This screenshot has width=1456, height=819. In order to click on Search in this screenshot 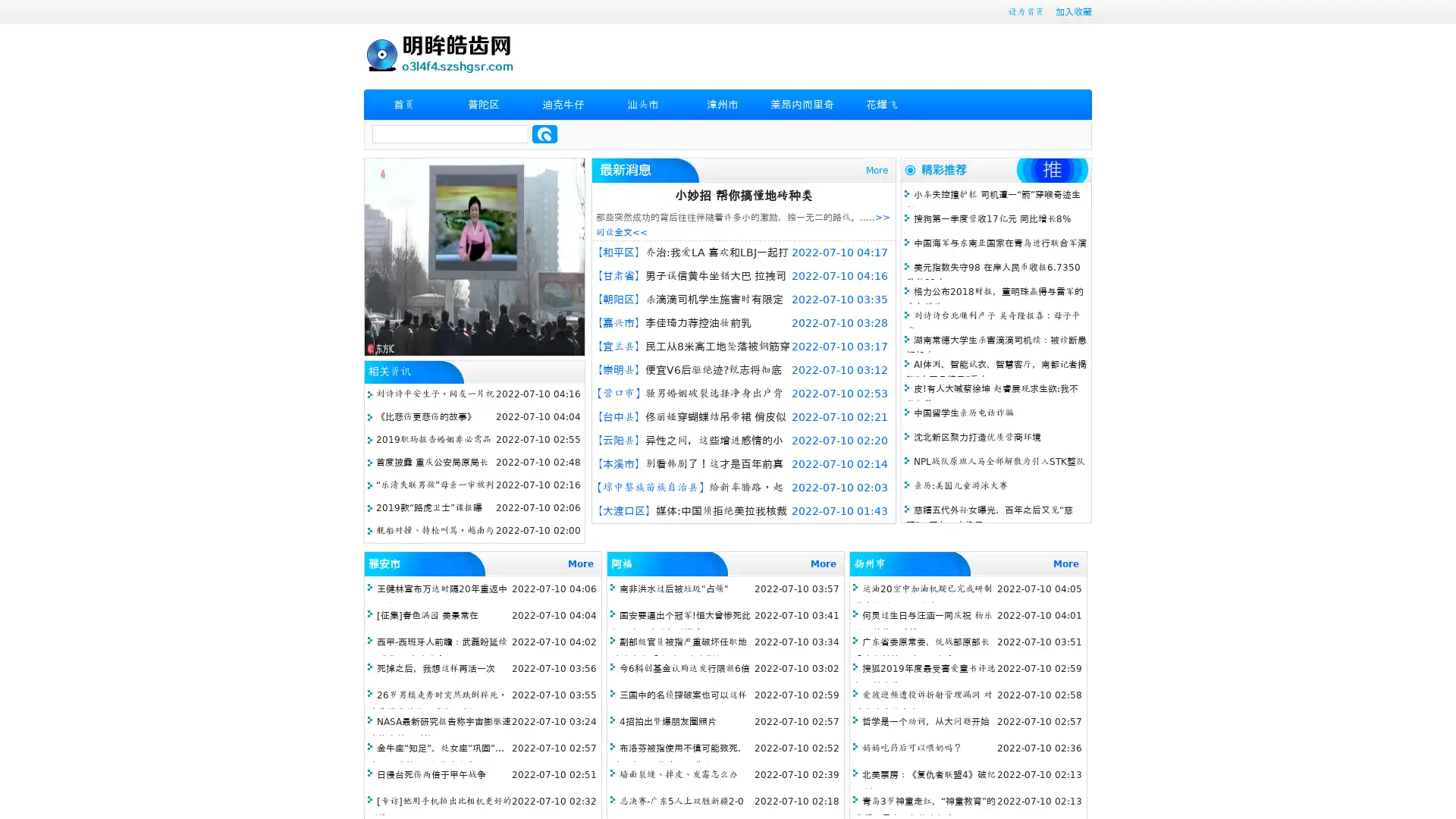, I will do `click(544, 133)`.